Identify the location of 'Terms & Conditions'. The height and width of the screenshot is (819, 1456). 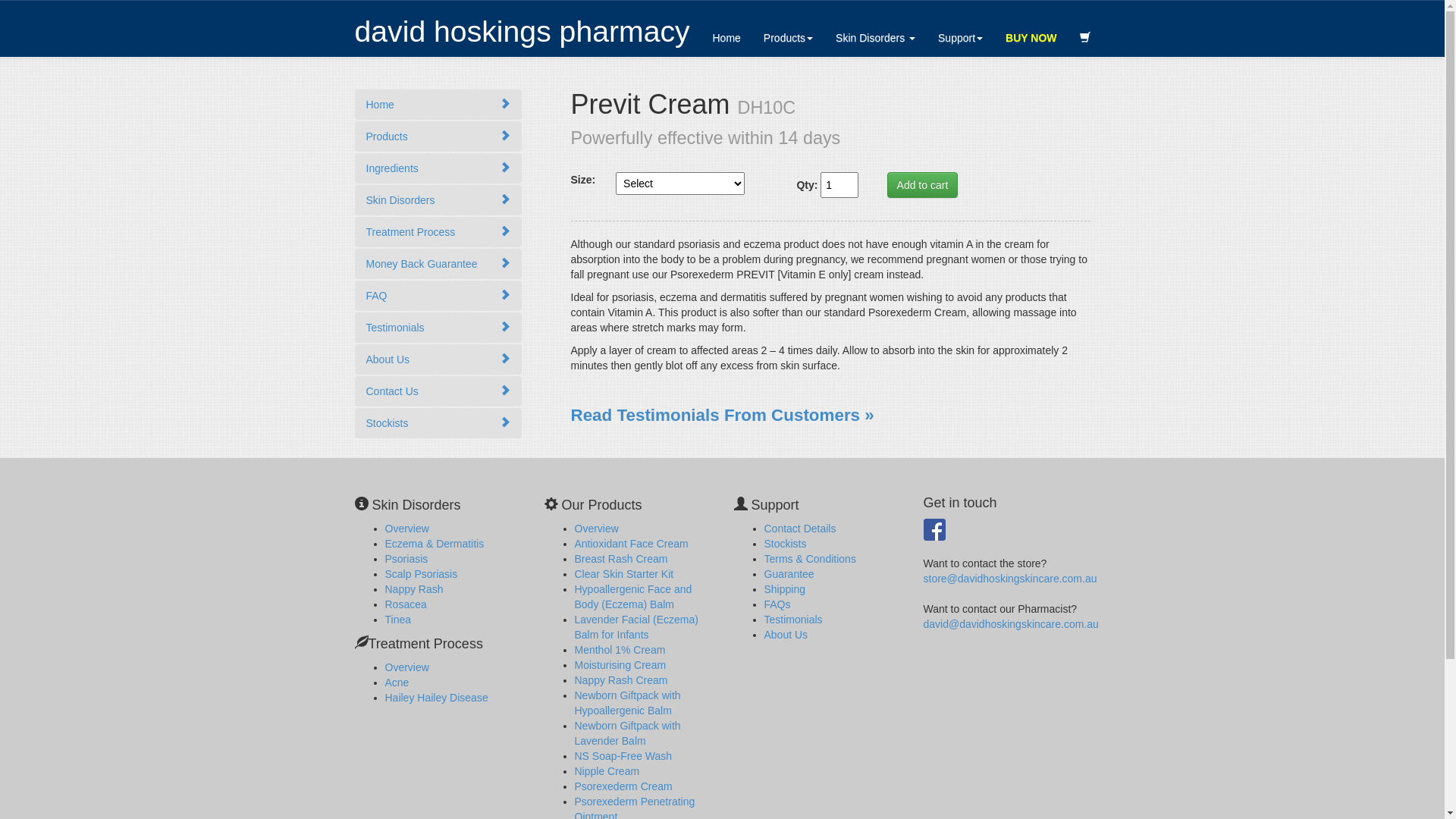
(809, 558).